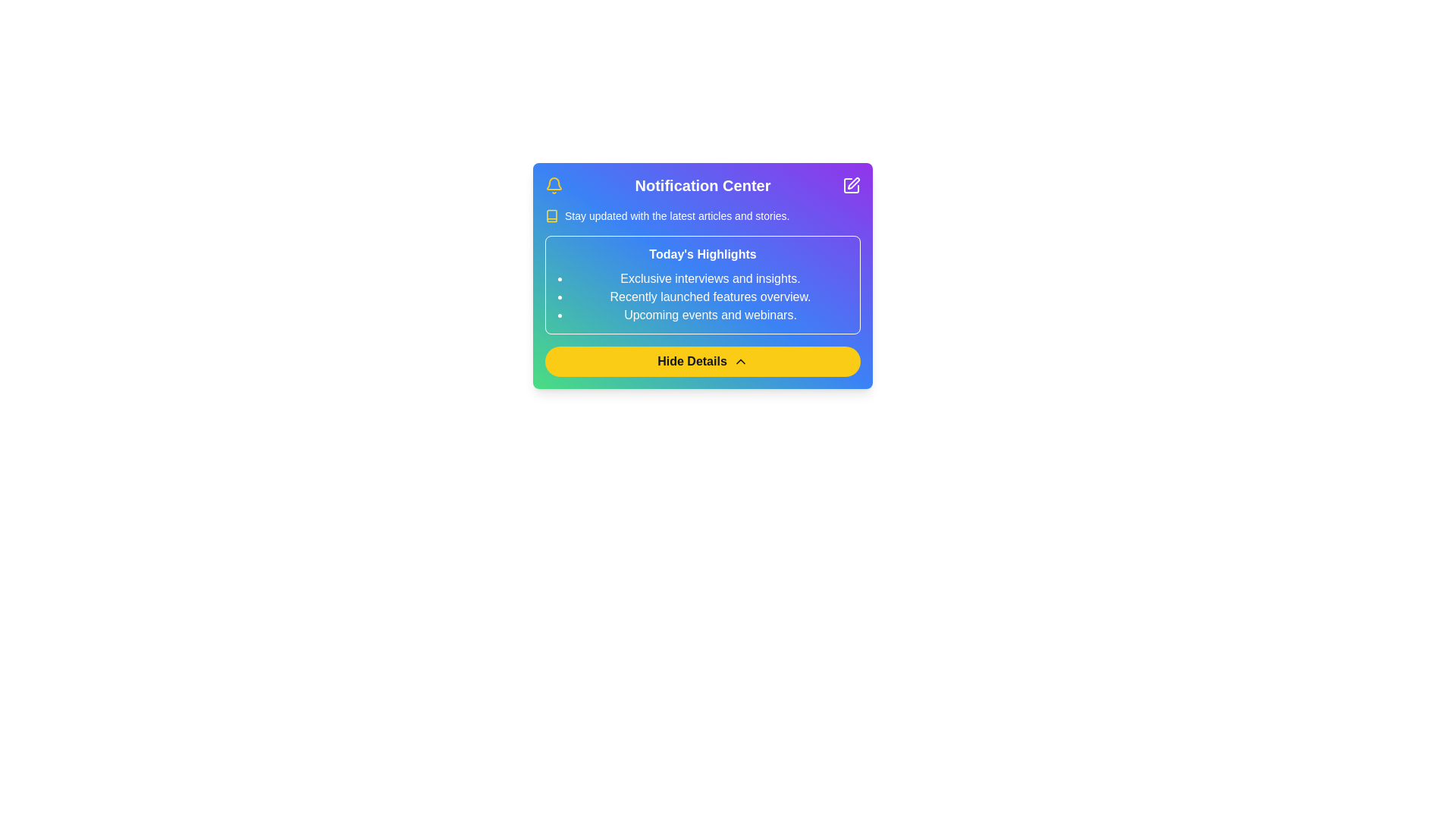  Describe the element at coordinates (709, 315) in the screenshot. I see `the text element displaying 'Upcoming events and webinars.' which is the third item in the bulleted list under 'Today's Highlights' in the Notification Center` at that location.